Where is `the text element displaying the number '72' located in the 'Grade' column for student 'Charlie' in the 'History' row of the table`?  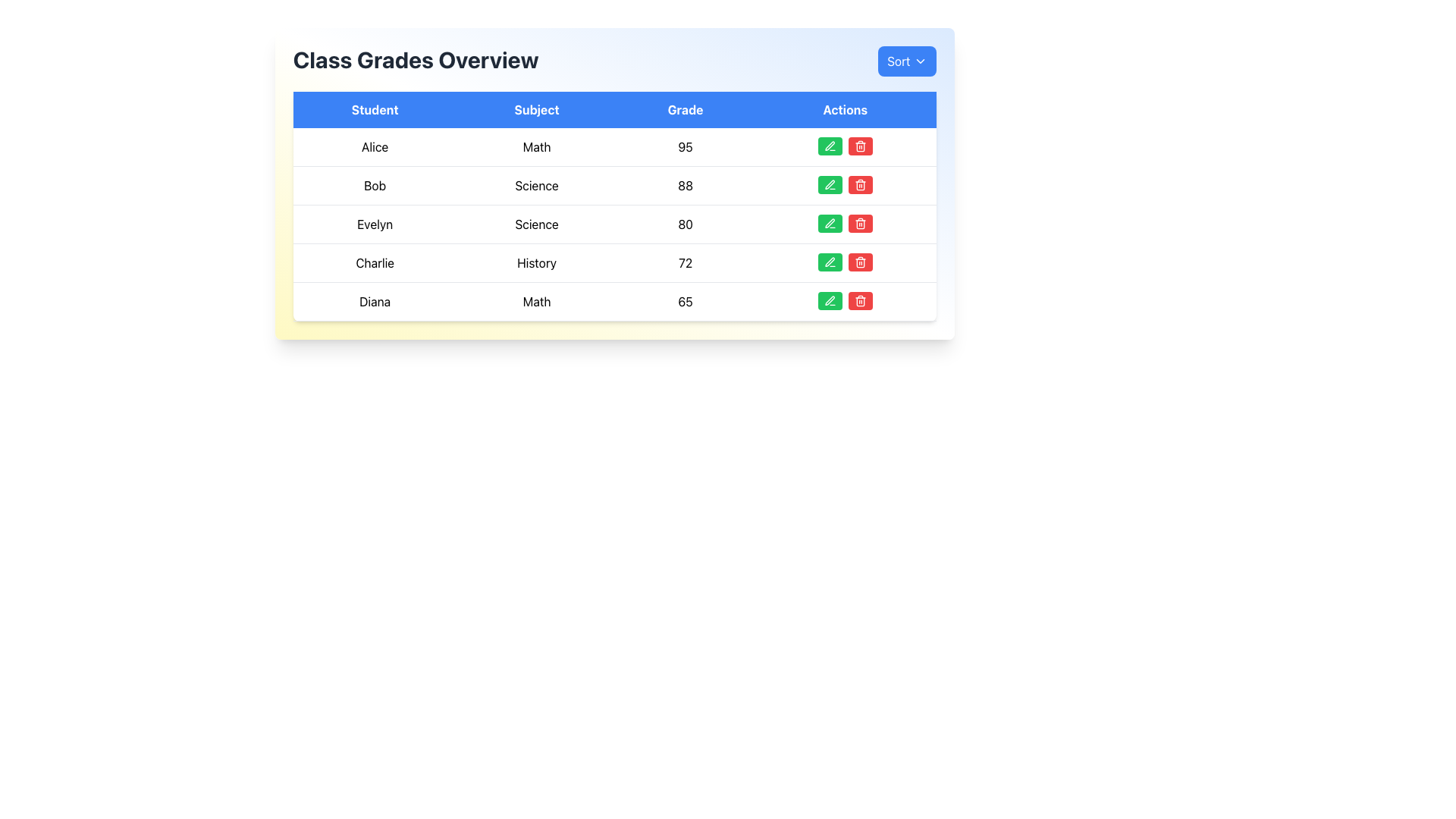 the text element displaying the number '72' located in the 'Grade' column for student 'Charlie' in the 'History' row of the table is located at coordinates (685, 262).